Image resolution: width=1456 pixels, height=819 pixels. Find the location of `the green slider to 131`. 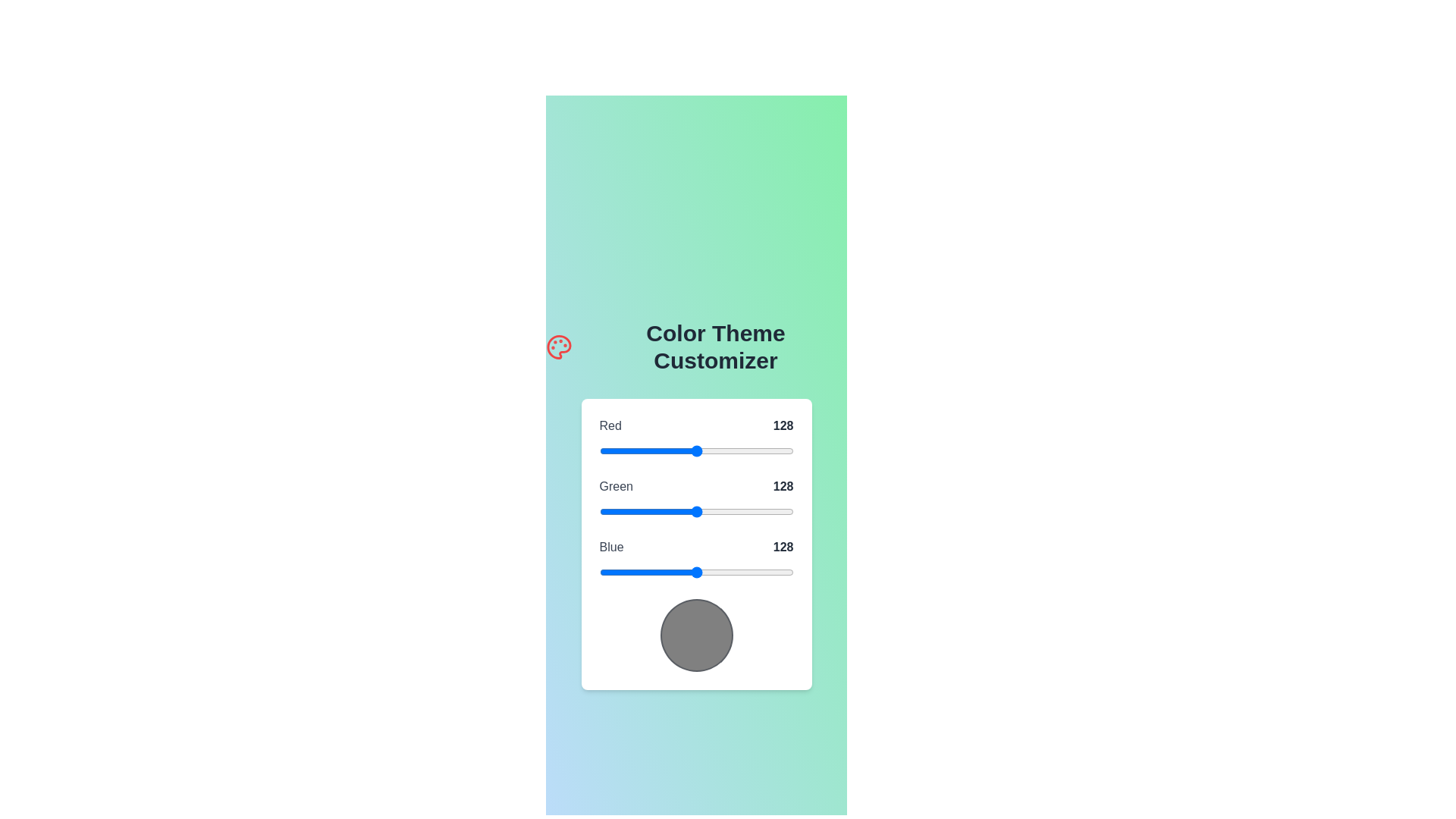

the green slider to 131 is located at coordinates (698, 512).